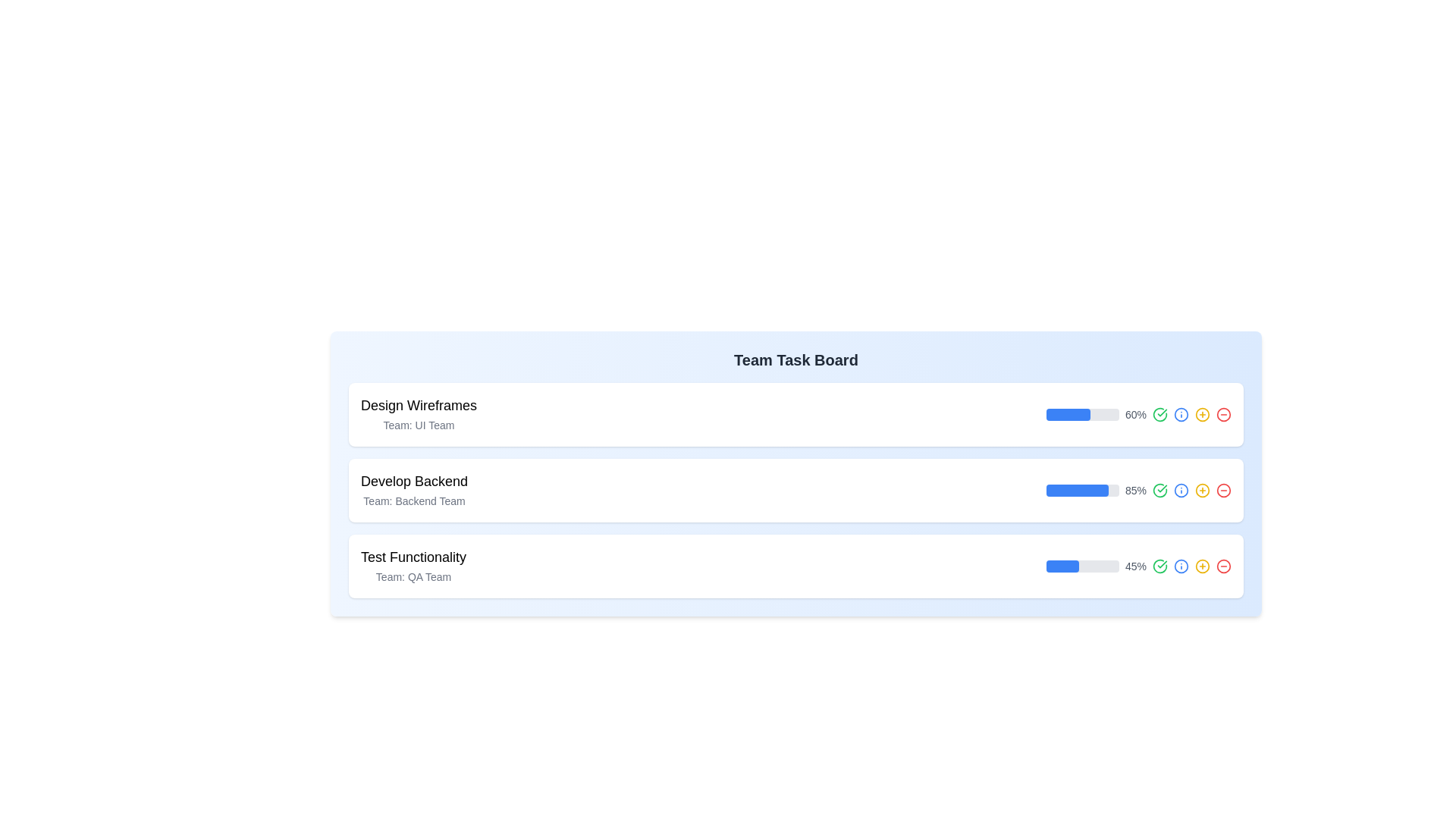 The image size is (1456, 819). Describe the element at coordinates (414, 491) in the screenshot. I see `text displayed in the text block titled 'Develop Backend' with the subtitle 'Team: Backend Team', located in the middle card of a vertical list of cards` at that location.